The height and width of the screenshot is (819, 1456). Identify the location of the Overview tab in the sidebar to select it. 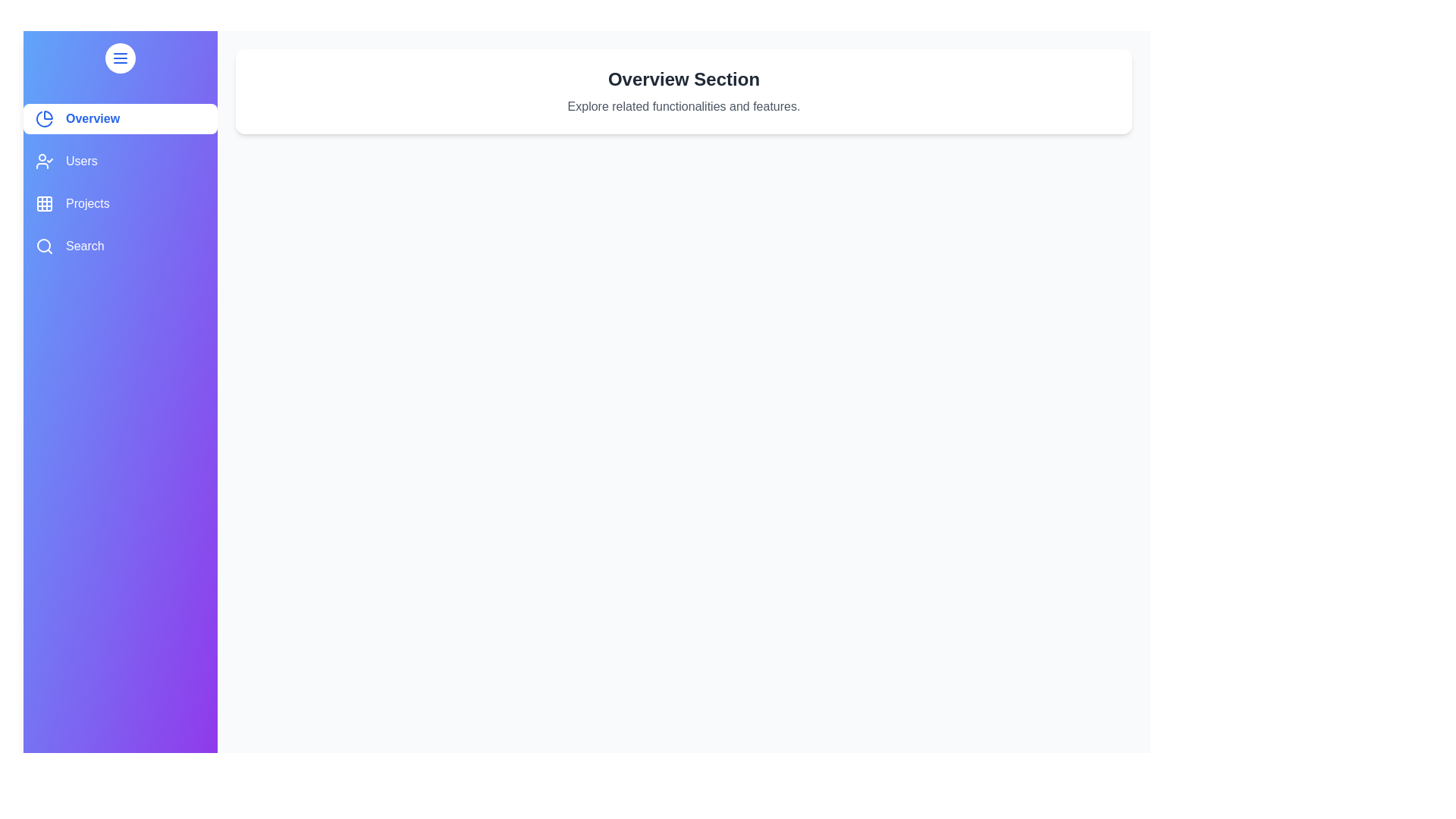
(119, 118).